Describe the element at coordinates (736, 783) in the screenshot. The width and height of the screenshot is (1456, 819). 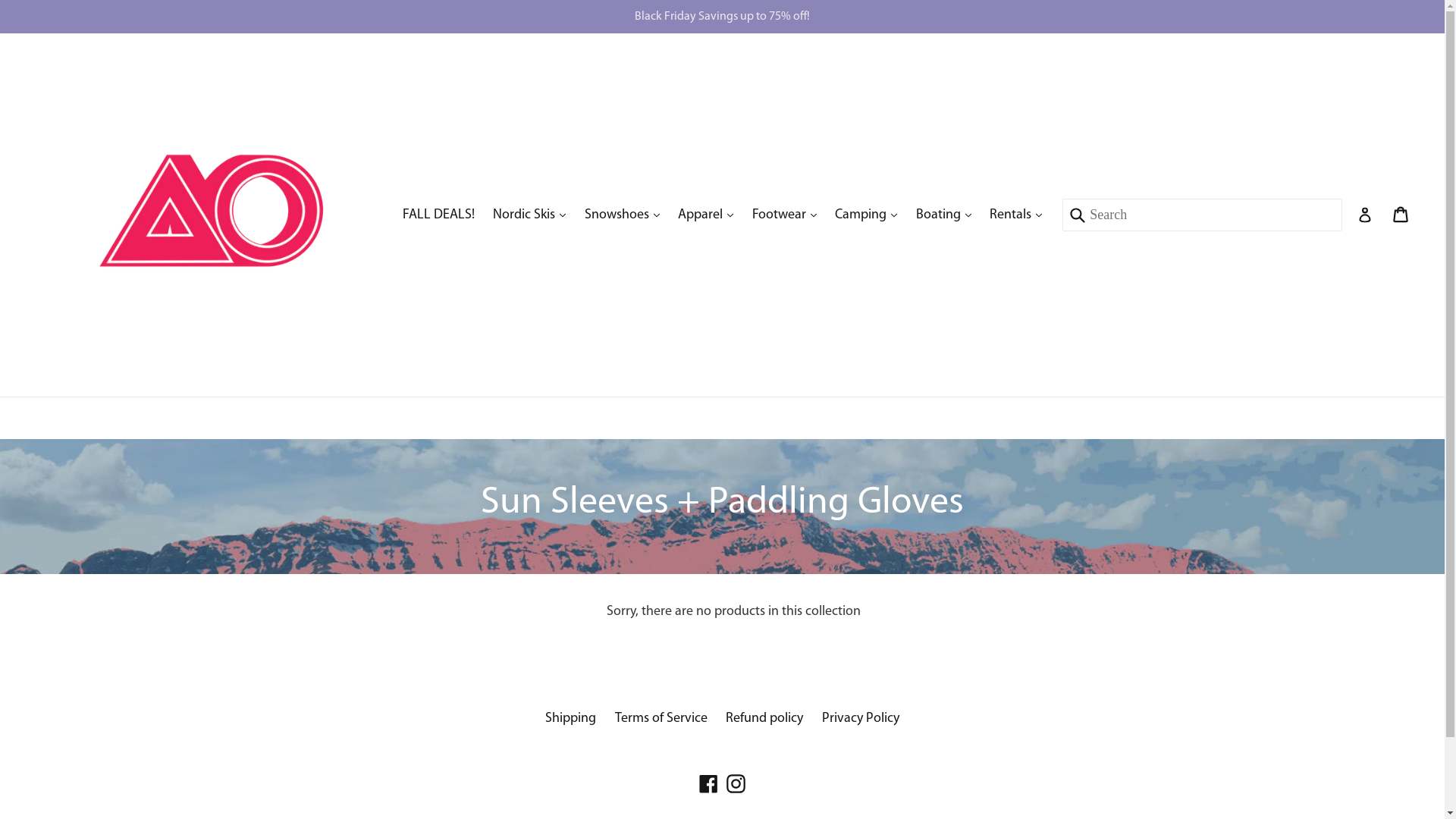
I see `'Instagram'` at that location.